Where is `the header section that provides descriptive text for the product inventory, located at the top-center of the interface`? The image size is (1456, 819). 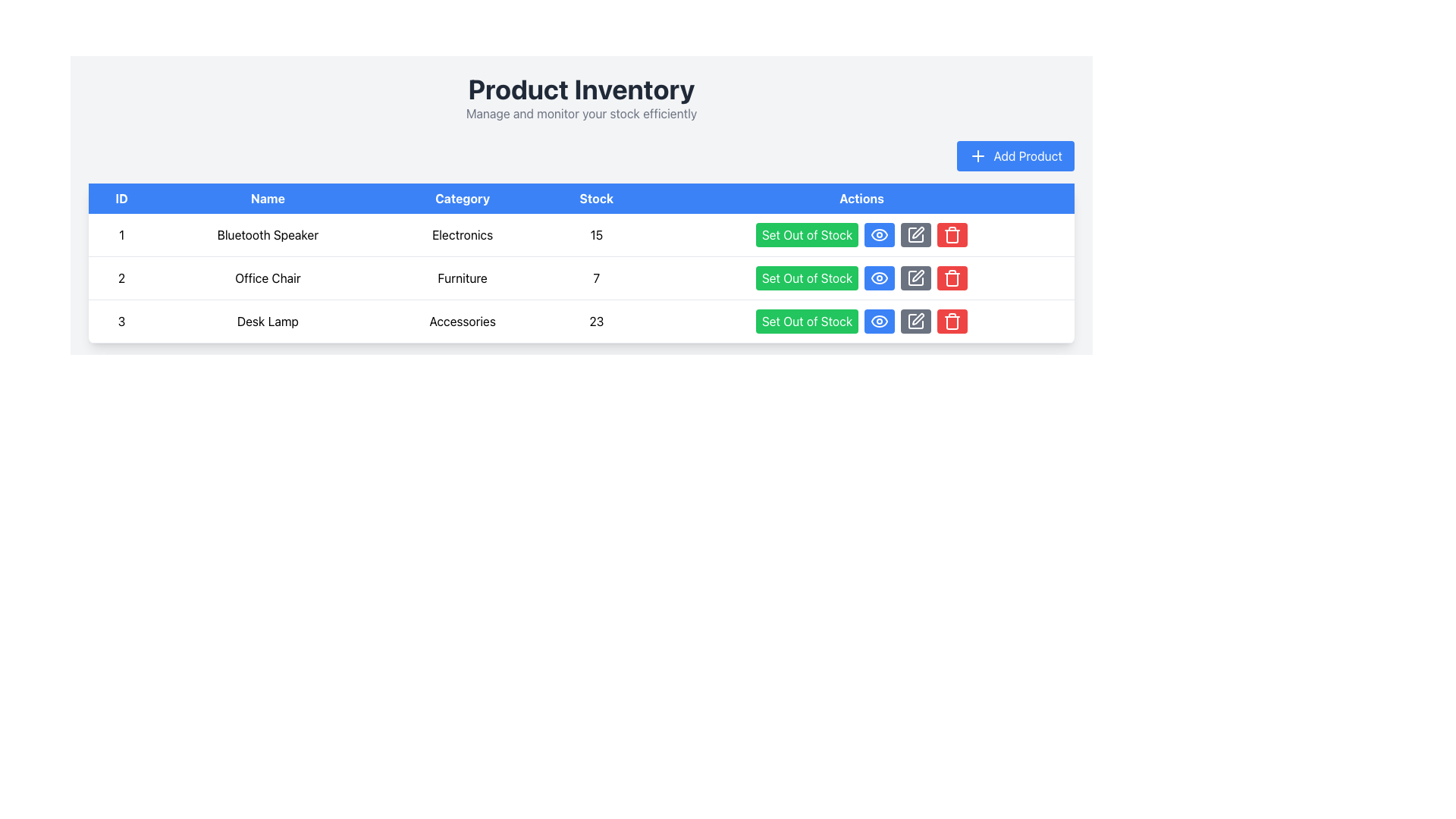
the header section that provides descriptive text for the product inventory, located at the top-center of the interface is located at coordinates (581, 99).